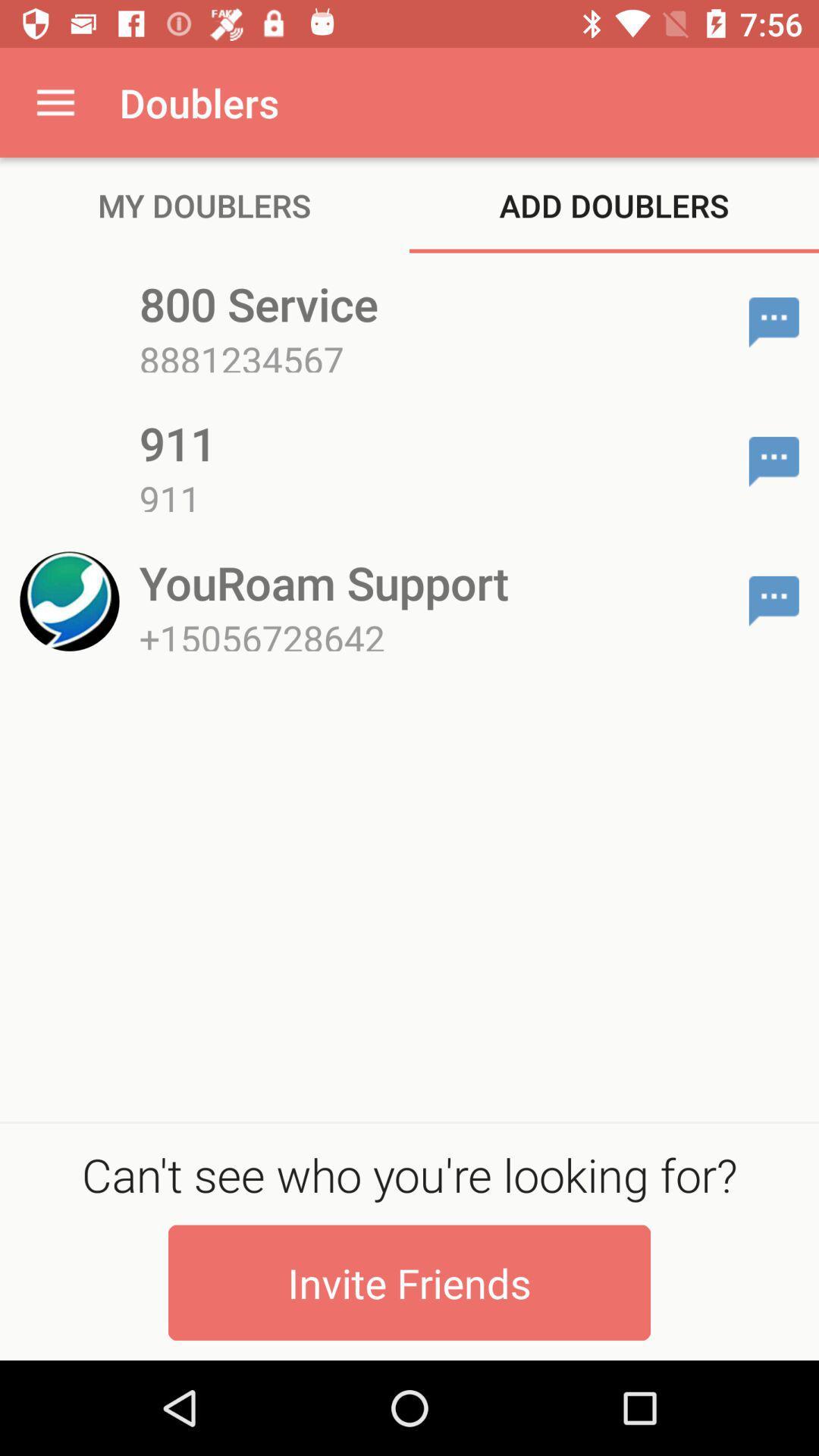 The image size is (819, 1456). I want to click on compose message, so click(773, 600).